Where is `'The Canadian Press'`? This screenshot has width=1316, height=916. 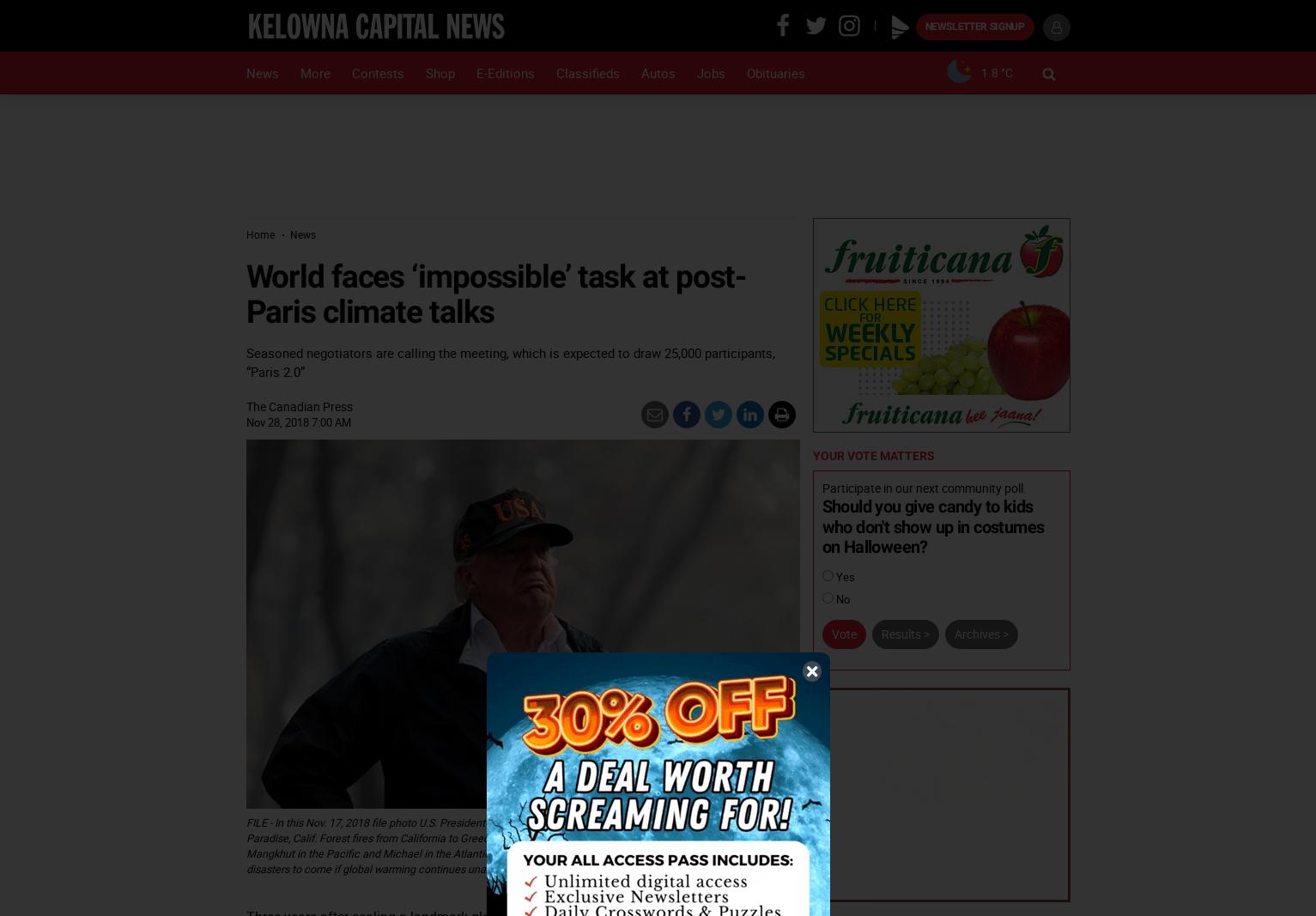
'The Canadian Press' is located at coordinates (246, 404).